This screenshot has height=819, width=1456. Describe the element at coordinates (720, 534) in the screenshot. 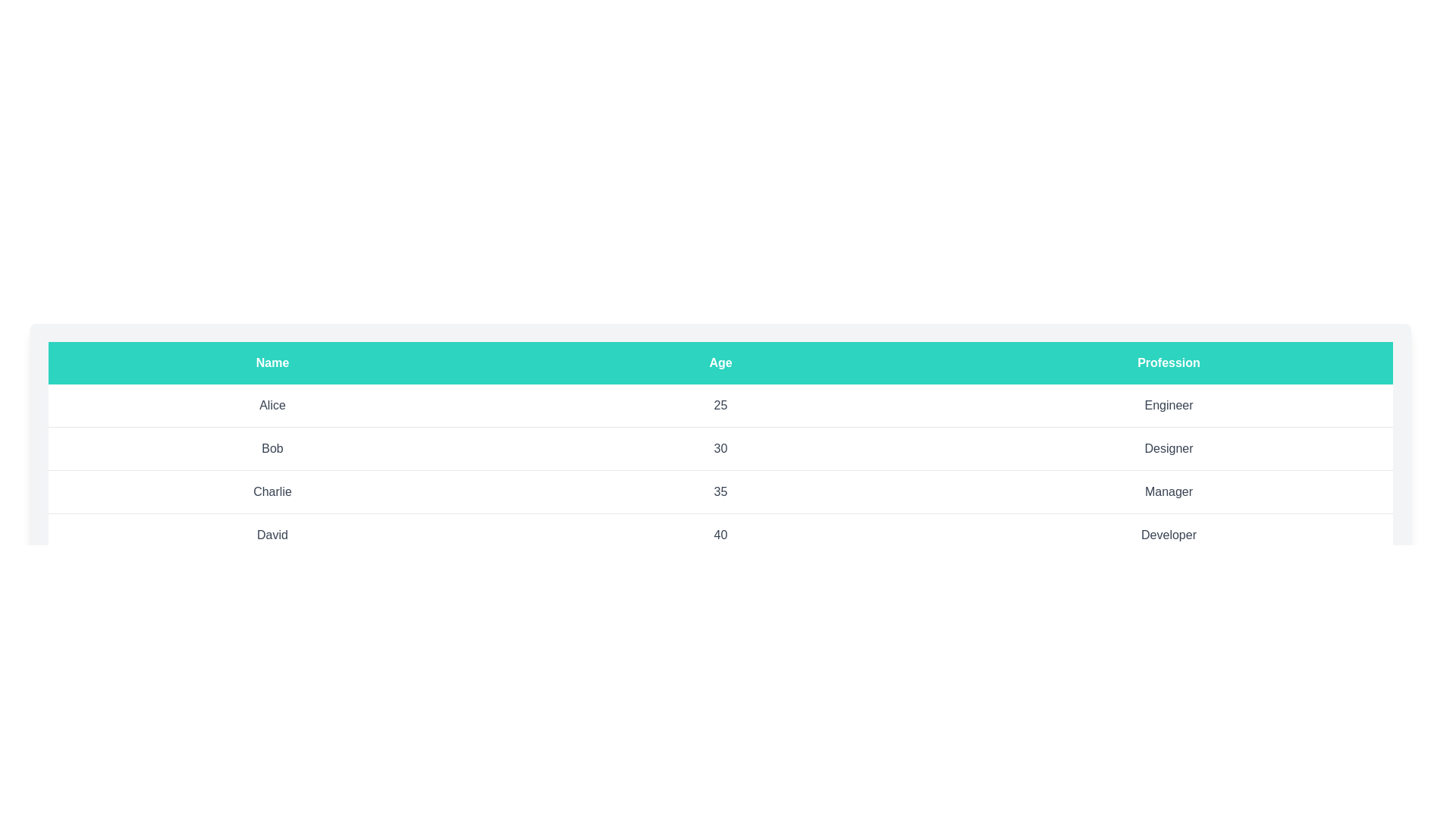

I see `text in the table cell that indicates the age of the individual named 'David', located in the second cell of his row and in the age column` at that location.